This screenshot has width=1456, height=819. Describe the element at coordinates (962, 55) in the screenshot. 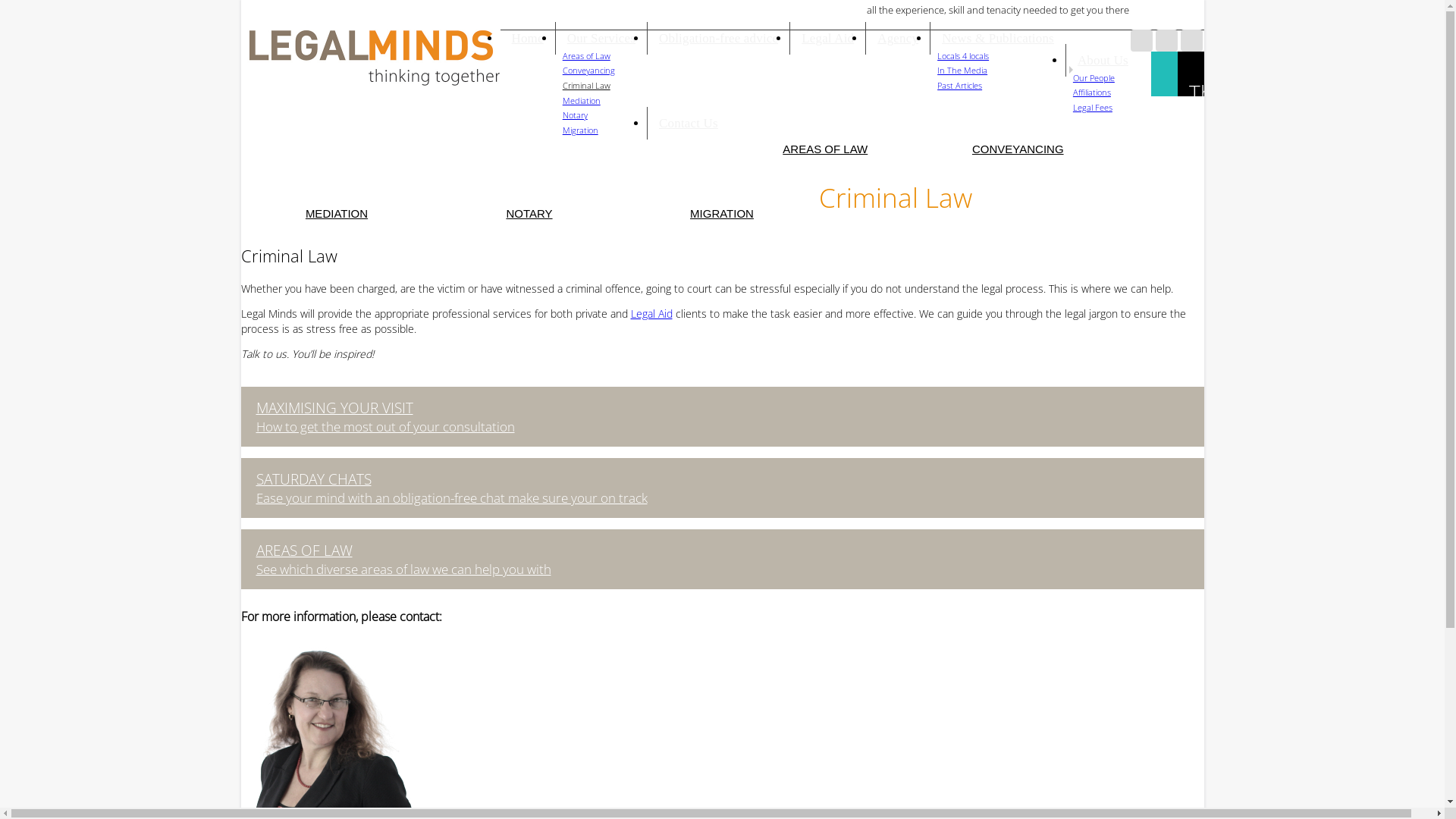

I see `'Locals 4 locals'` at that location.